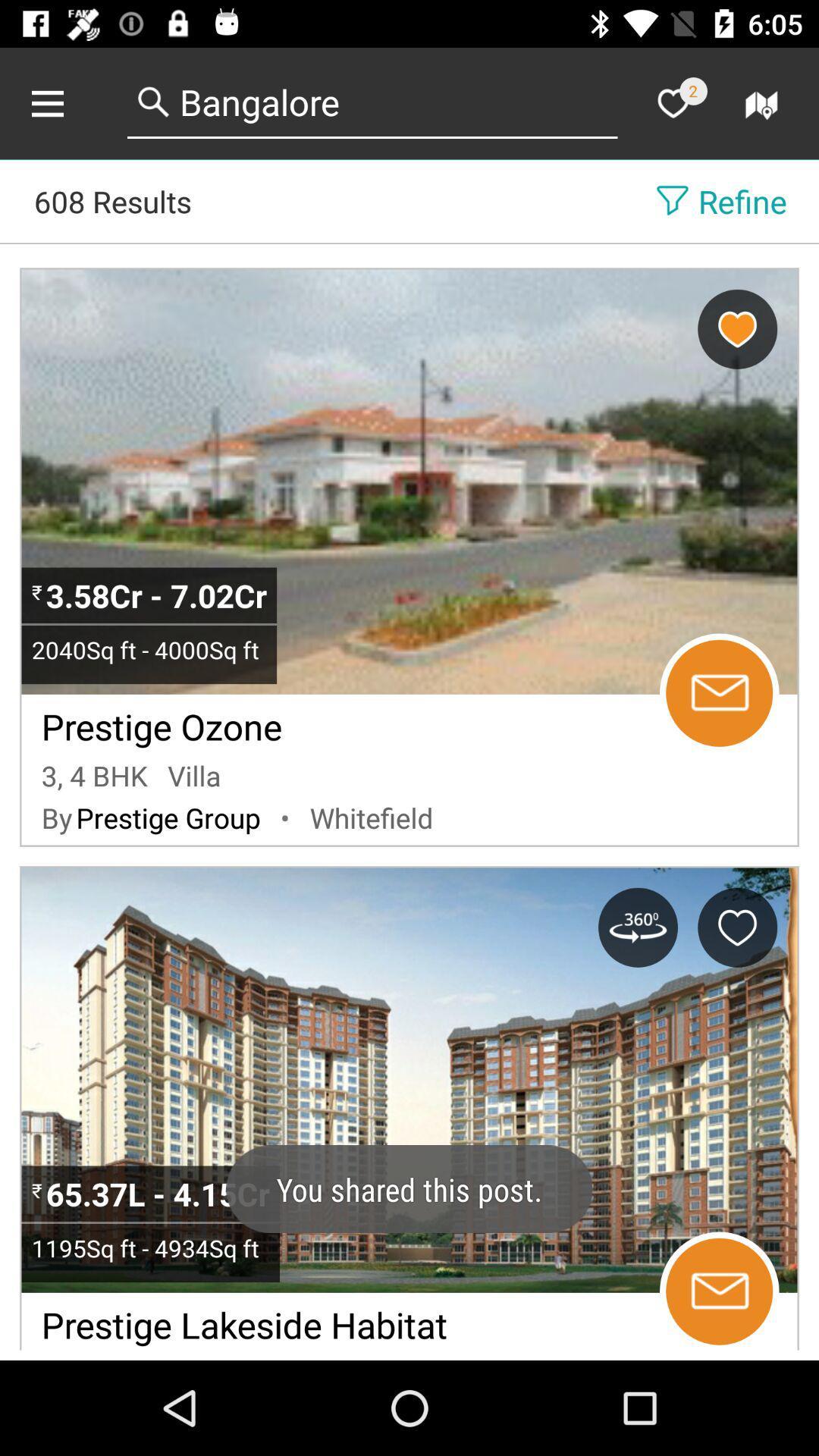 The height and width of the screenshot is (1456, 819). I want to click on the 1195sq ft 4934sq, so click(150, 1247).